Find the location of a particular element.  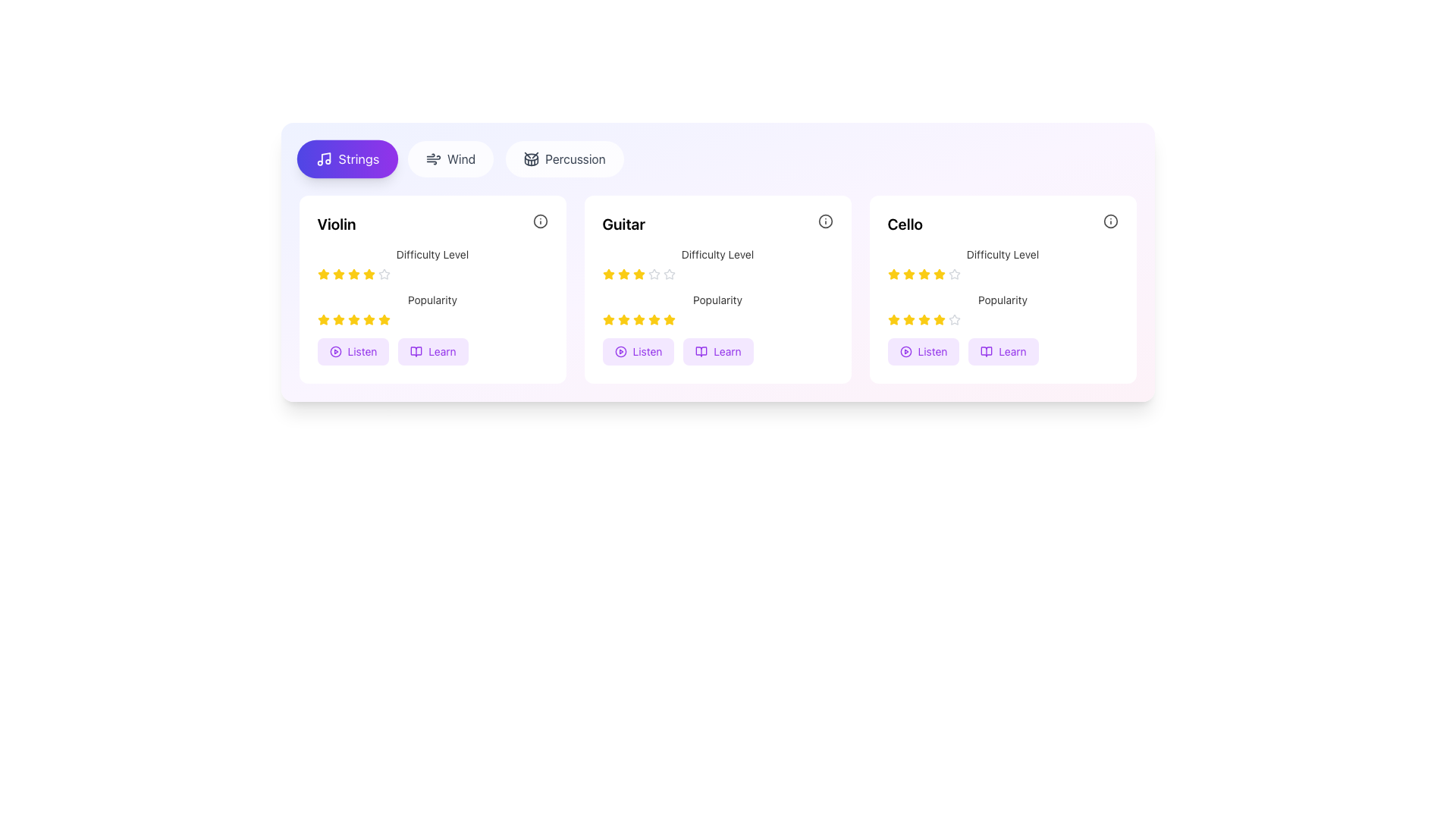

the third star in the 5-star rating system representing the popularity rating of the 'Guitar' in the 'Popularity' section of the second card is located at coordinates (623, 318).